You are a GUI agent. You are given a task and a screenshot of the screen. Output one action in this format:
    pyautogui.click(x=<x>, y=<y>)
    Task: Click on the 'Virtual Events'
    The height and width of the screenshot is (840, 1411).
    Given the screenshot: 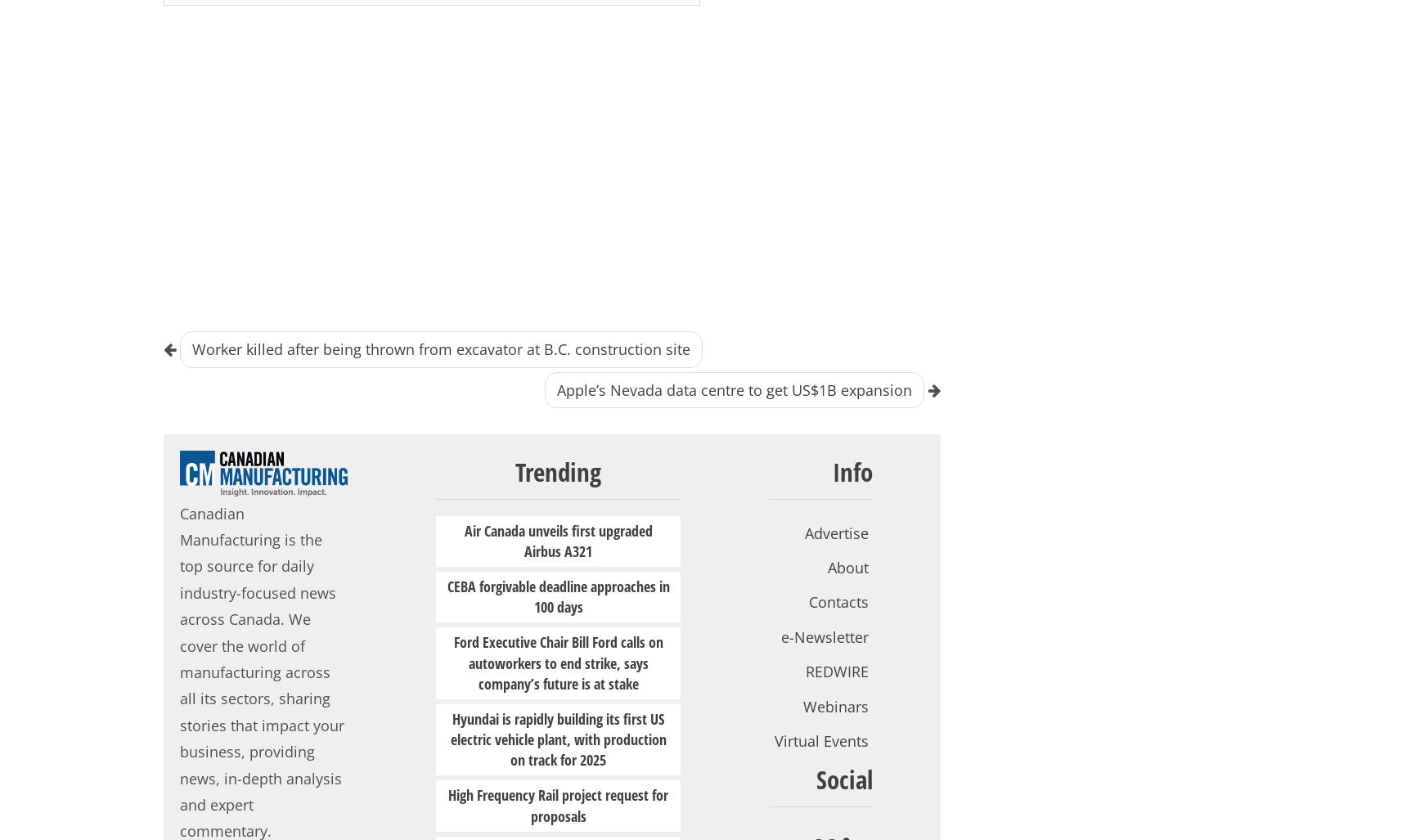 What is the action you would take?
    pyautogui.click(x=821, y=739)
    